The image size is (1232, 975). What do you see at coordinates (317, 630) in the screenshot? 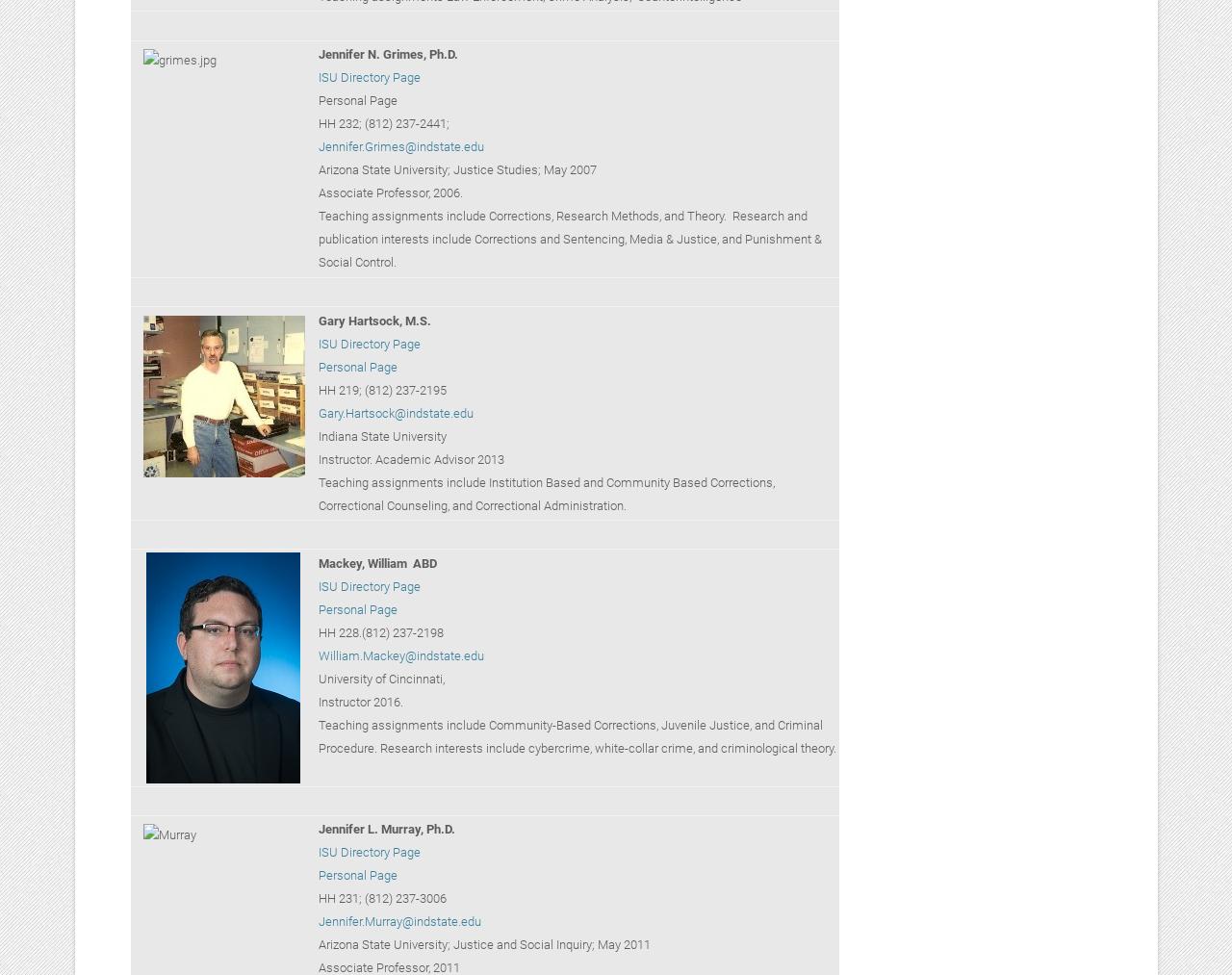
I see `'HH 228.(812) 237-2198'` at bounding box center [317, 630].